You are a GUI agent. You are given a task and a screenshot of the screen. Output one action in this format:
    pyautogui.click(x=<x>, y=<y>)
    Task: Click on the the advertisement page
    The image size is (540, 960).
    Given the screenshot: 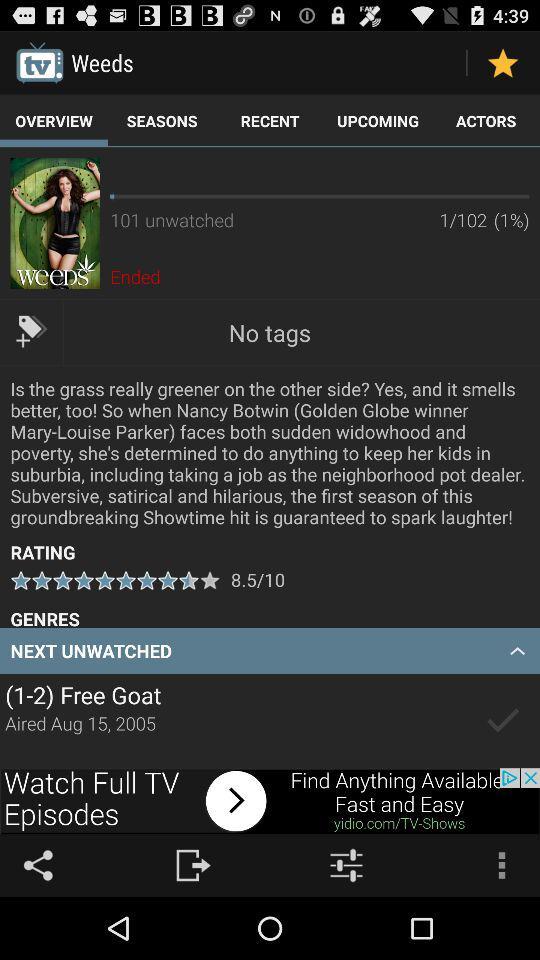 What is the action you would take?
    pyautogui.click(x=270, y=801)
    